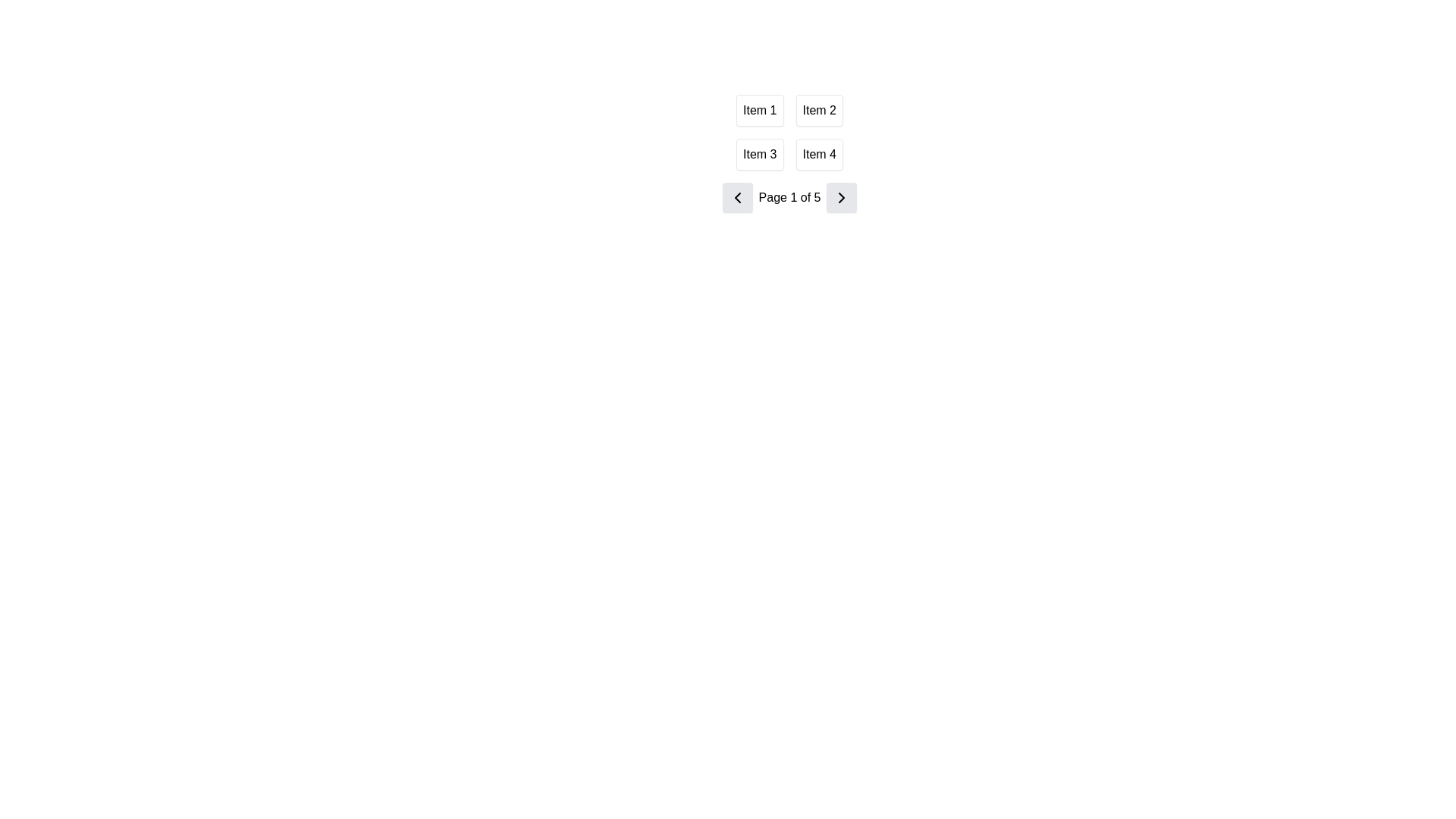  I want to click on text label displaying the current page number and total pages in the pagination component, located at the center-bottom of the interface, so click(789, 197).